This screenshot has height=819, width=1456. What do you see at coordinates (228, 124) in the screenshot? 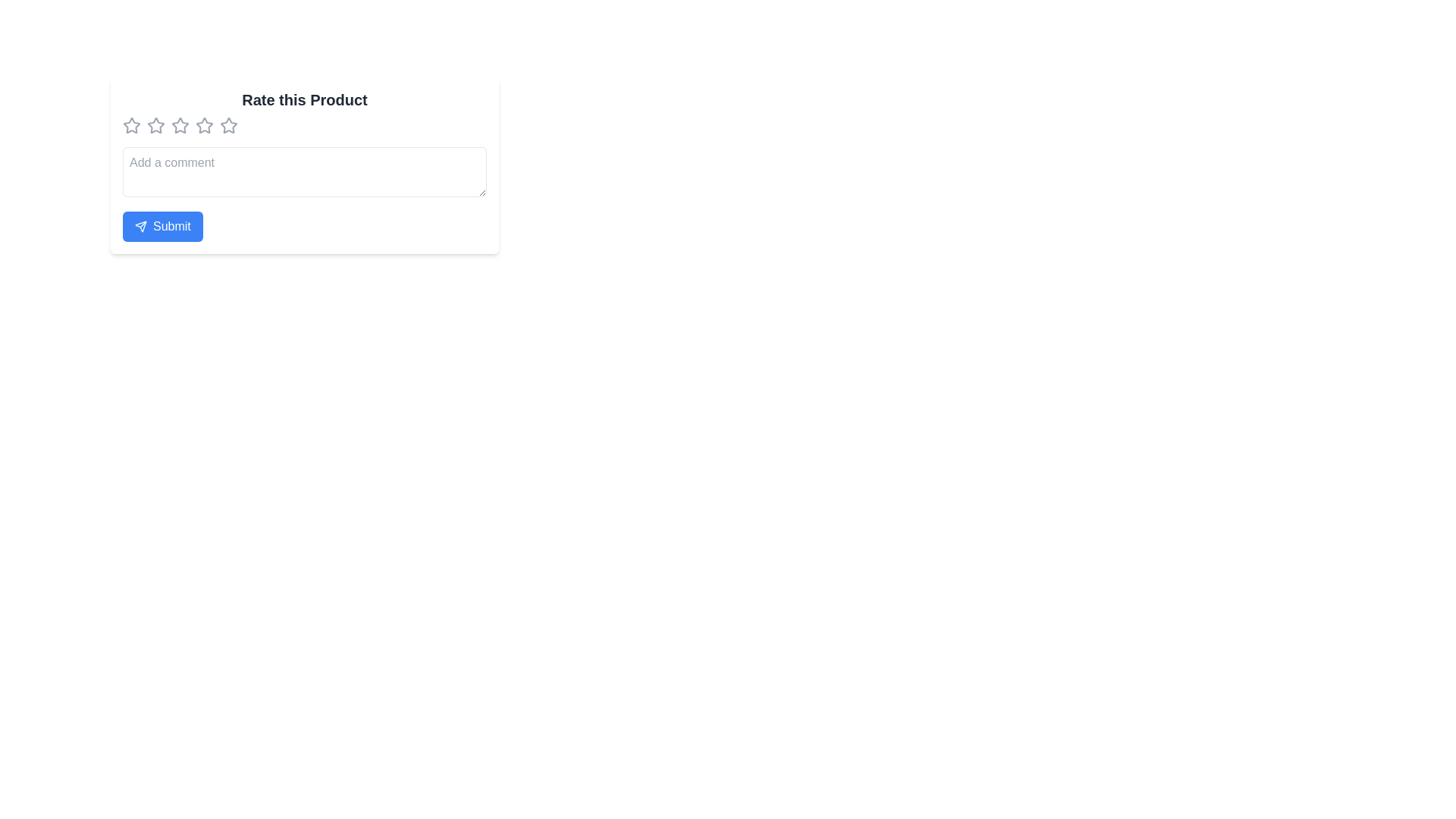
I see `the fourth star icon in the rating system, which is located below the 'Rate this Product' text` at bounding box center [228, 124].